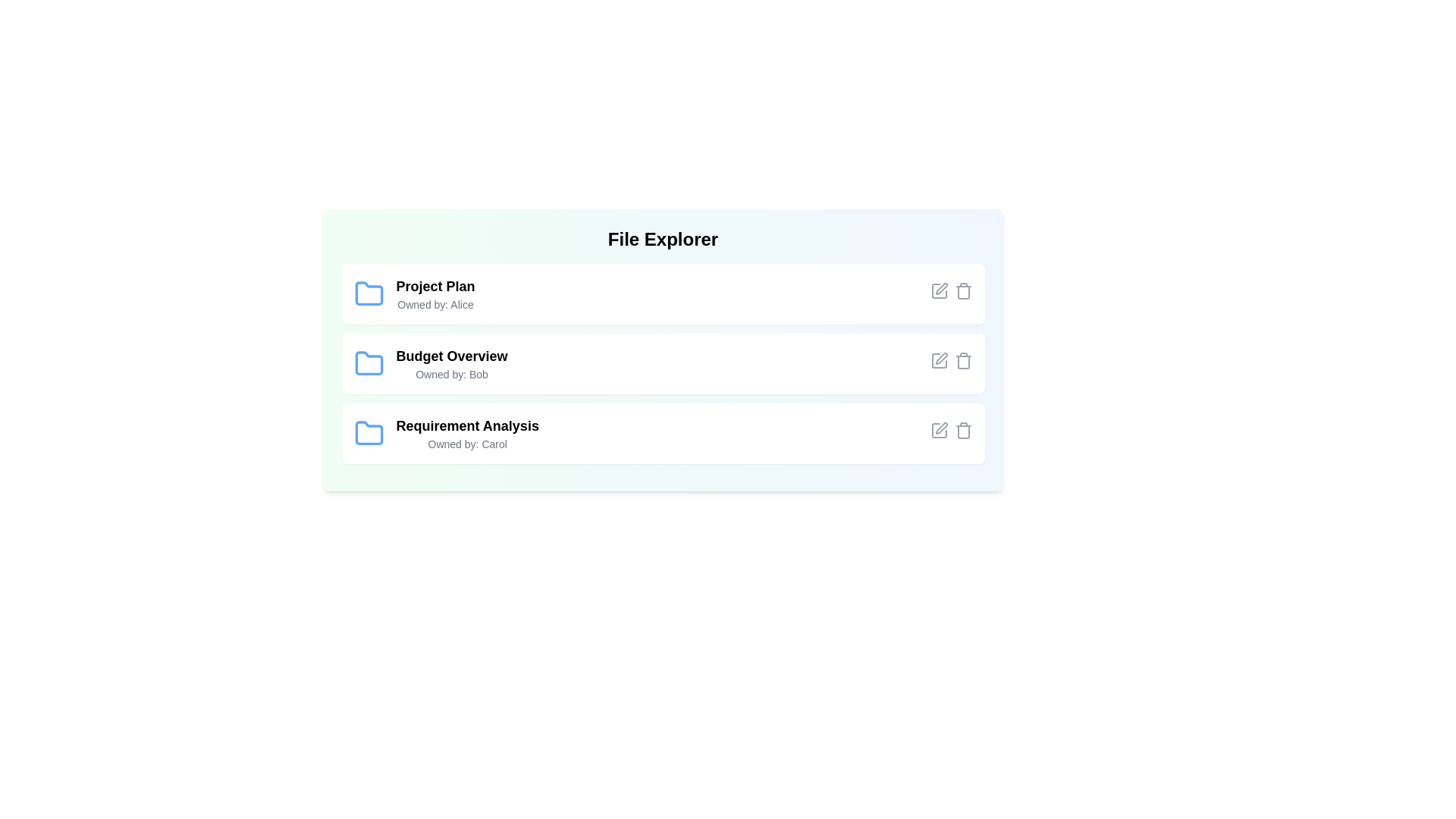 This screenshot has width=1456, height=819. What do you see at coordinates (962, 291) in the screenshot?
I see `the delete icon for the file named Project Plan` at bounding box center [962, 291].